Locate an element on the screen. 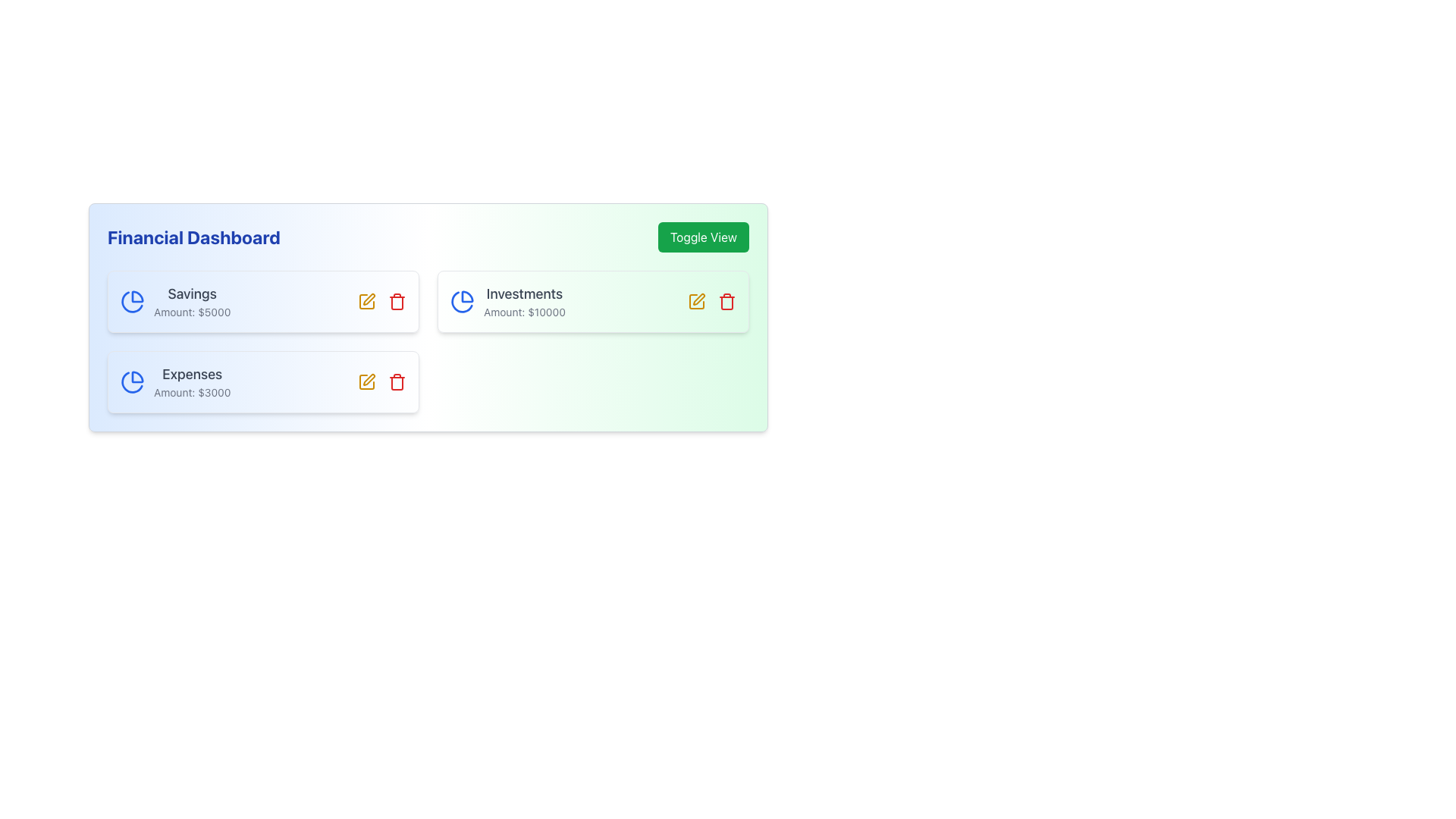  the edit pencil icon located on the far right of the 'Savings' card in the middle row of the financial dashboard is located at coordinates (367, 301).